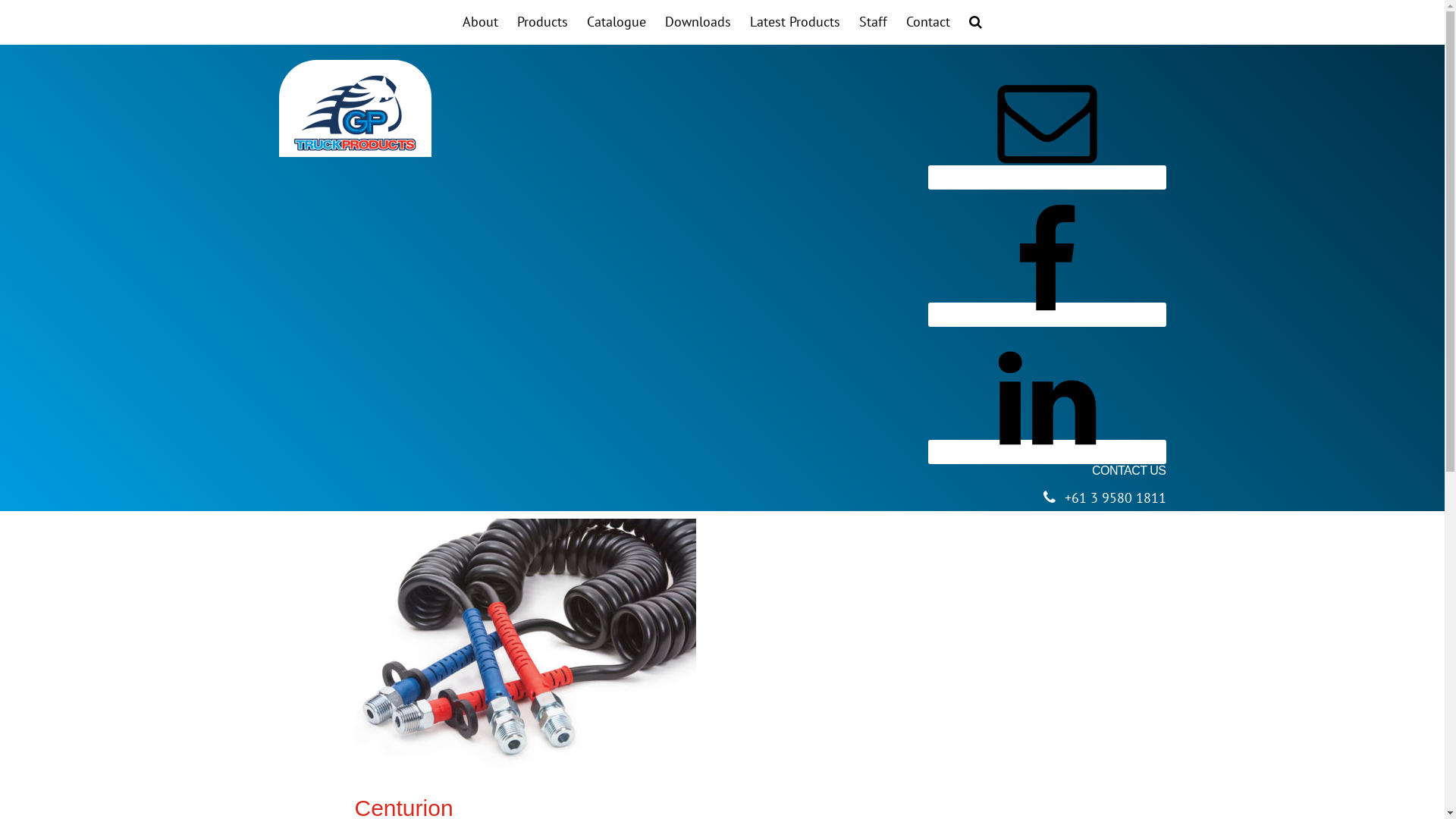 This screenshot has width=1456, height=819. Describe the element at coordinates (975, 22) in the screenshot. I see `'Show Search'` at that location.